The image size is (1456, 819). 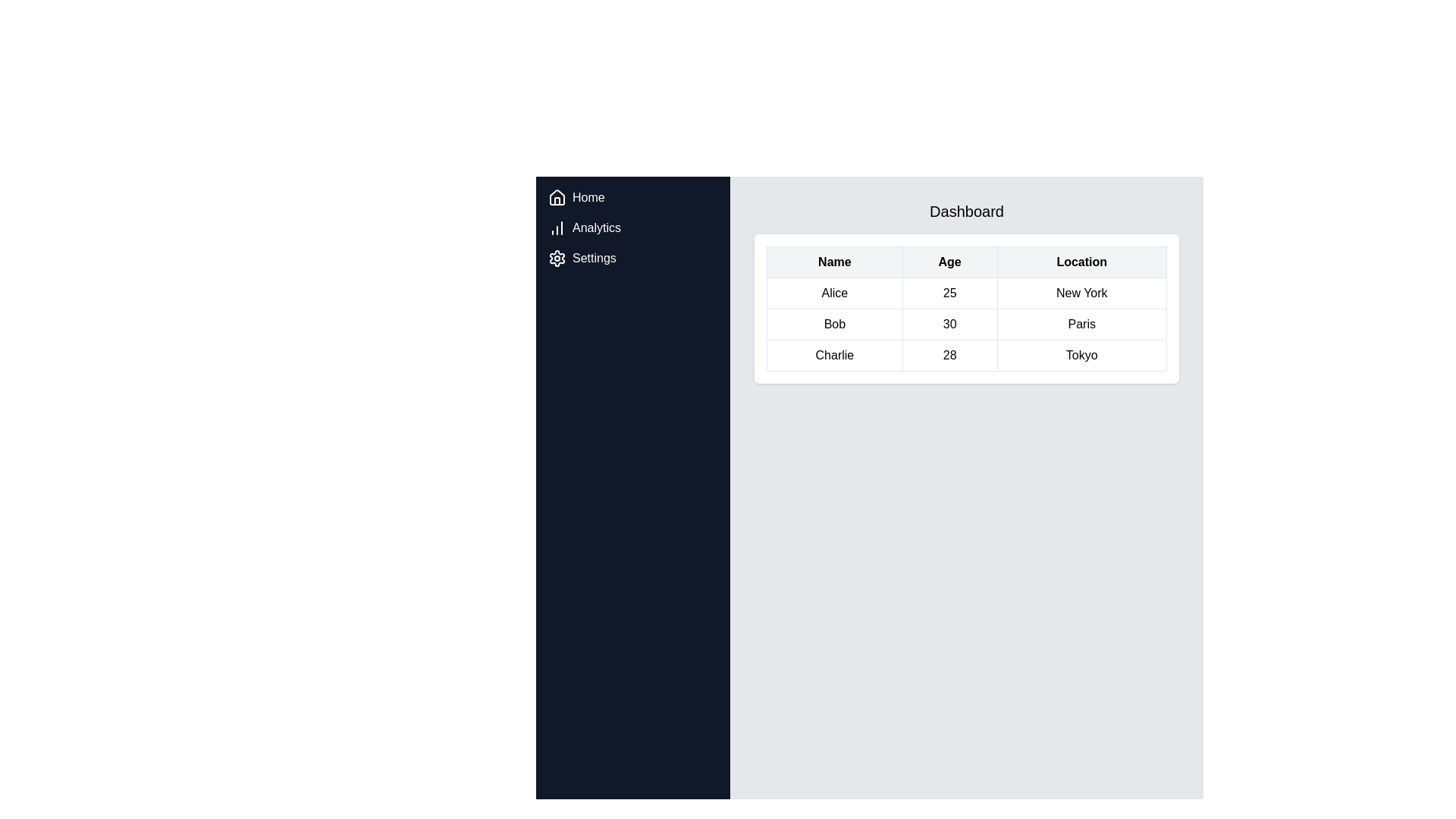 I want to click on the gear/settings icon located in the upper-left corner of the application within the navigation sidebar, so click(x=556, y=257).